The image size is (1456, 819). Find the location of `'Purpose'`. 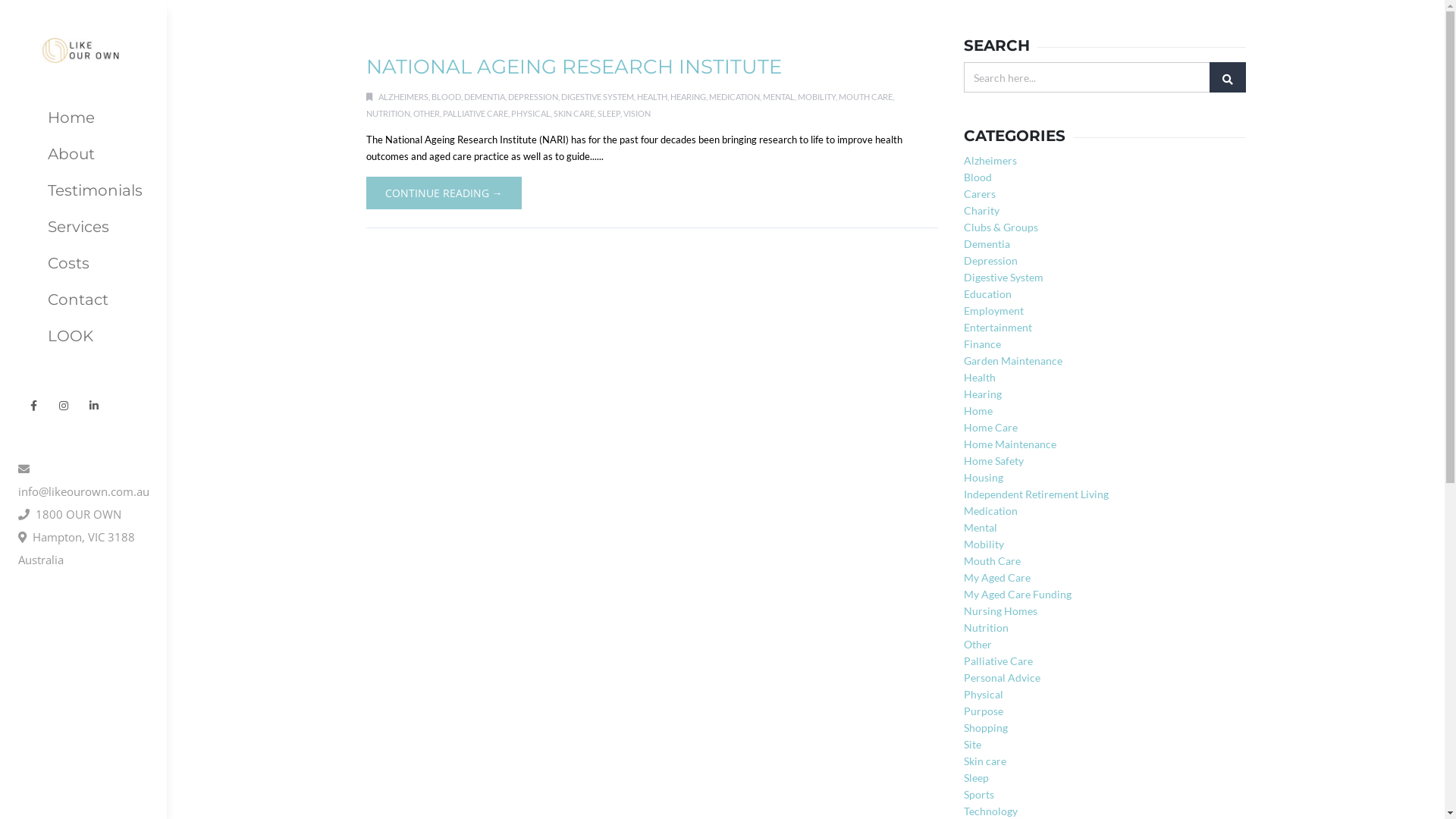

'Purpose' is located at coordinates (983, 711).